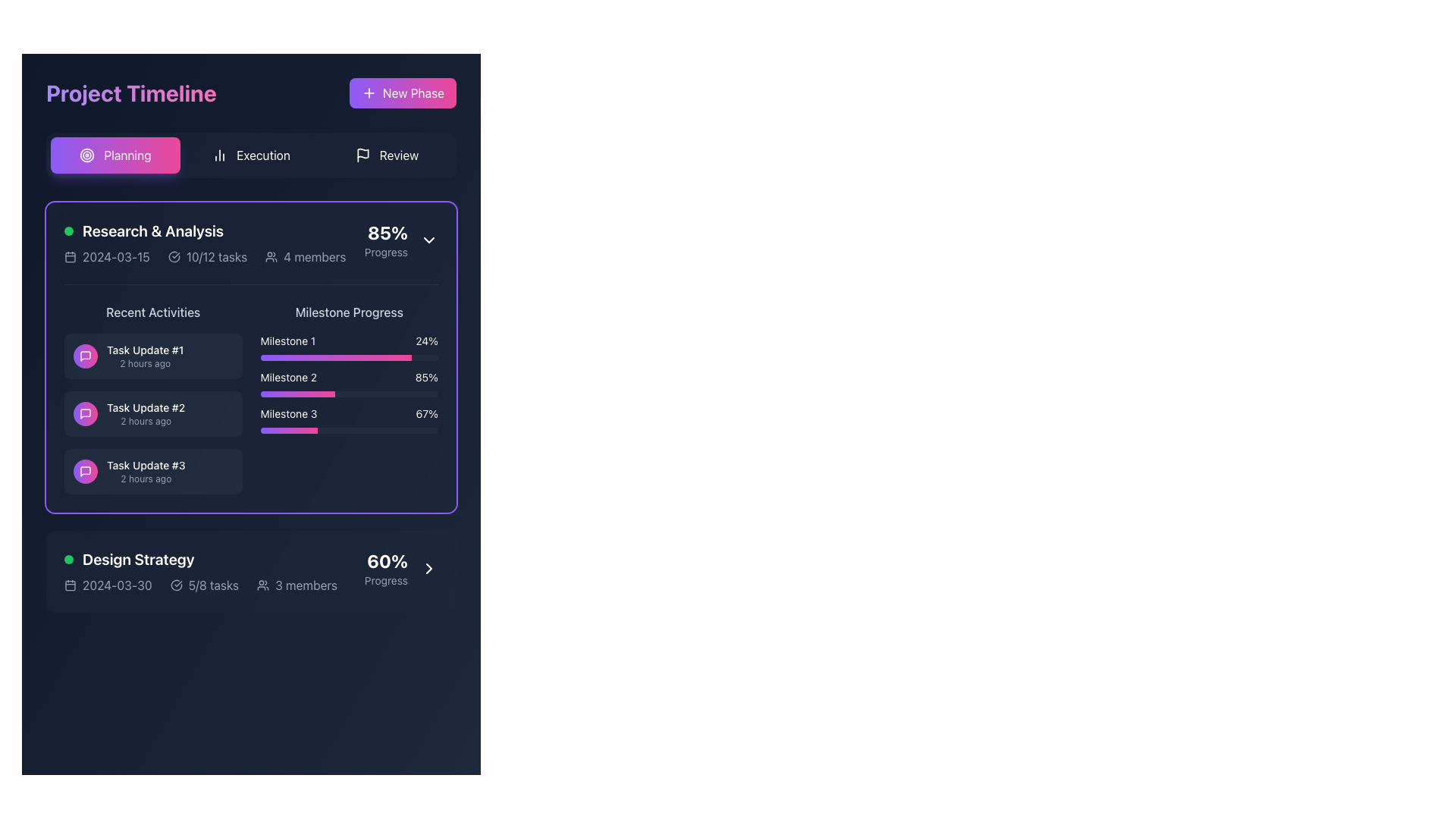 The width and height of the screenshot is (1456, 819). Describe the element at coordinates (69, 584) in the screenshot. I see `the rectangular graphic element that represents a day or date field within the calendar icon located to the left of '2024-03-30' in the 'Design Strategy' section` at that location.